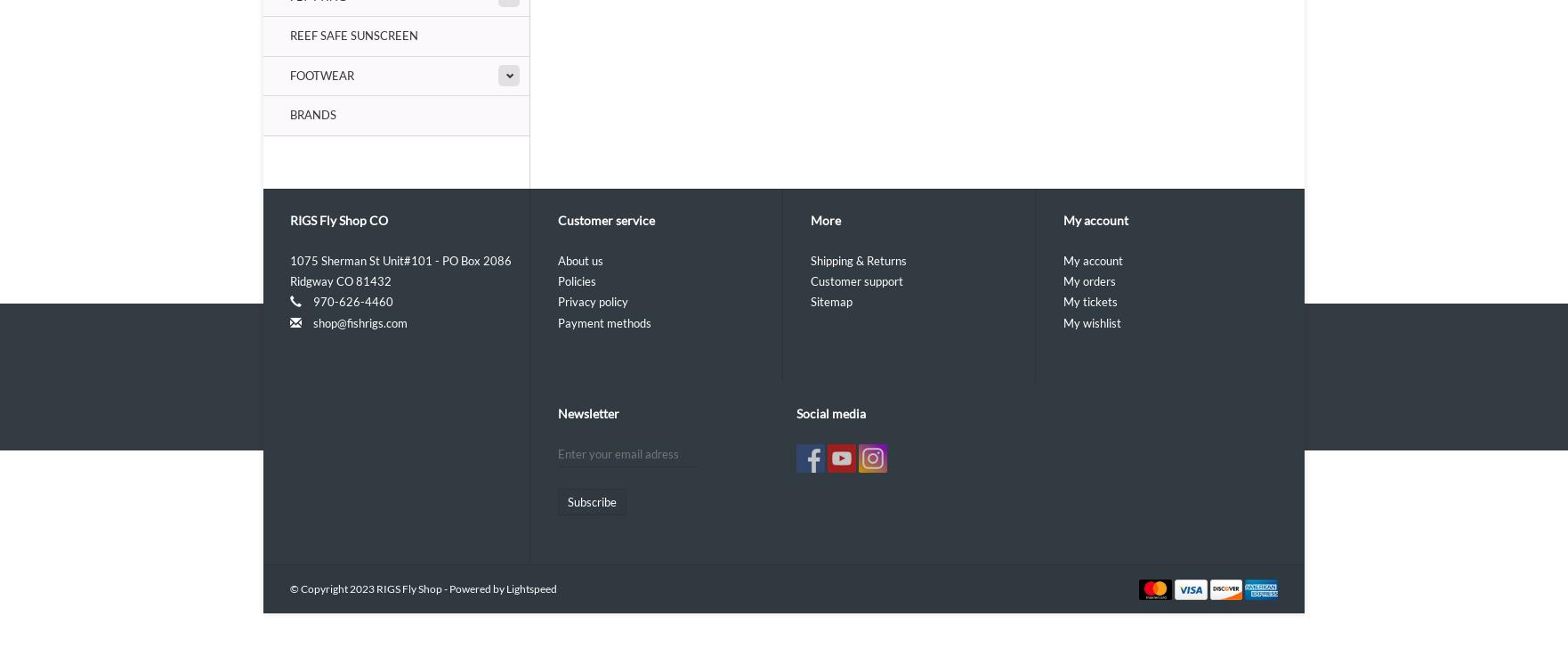  What do you see at coordinates (289, 74) in the screenshot?
I see `'Footwear'` at bounding box center [289, 74].